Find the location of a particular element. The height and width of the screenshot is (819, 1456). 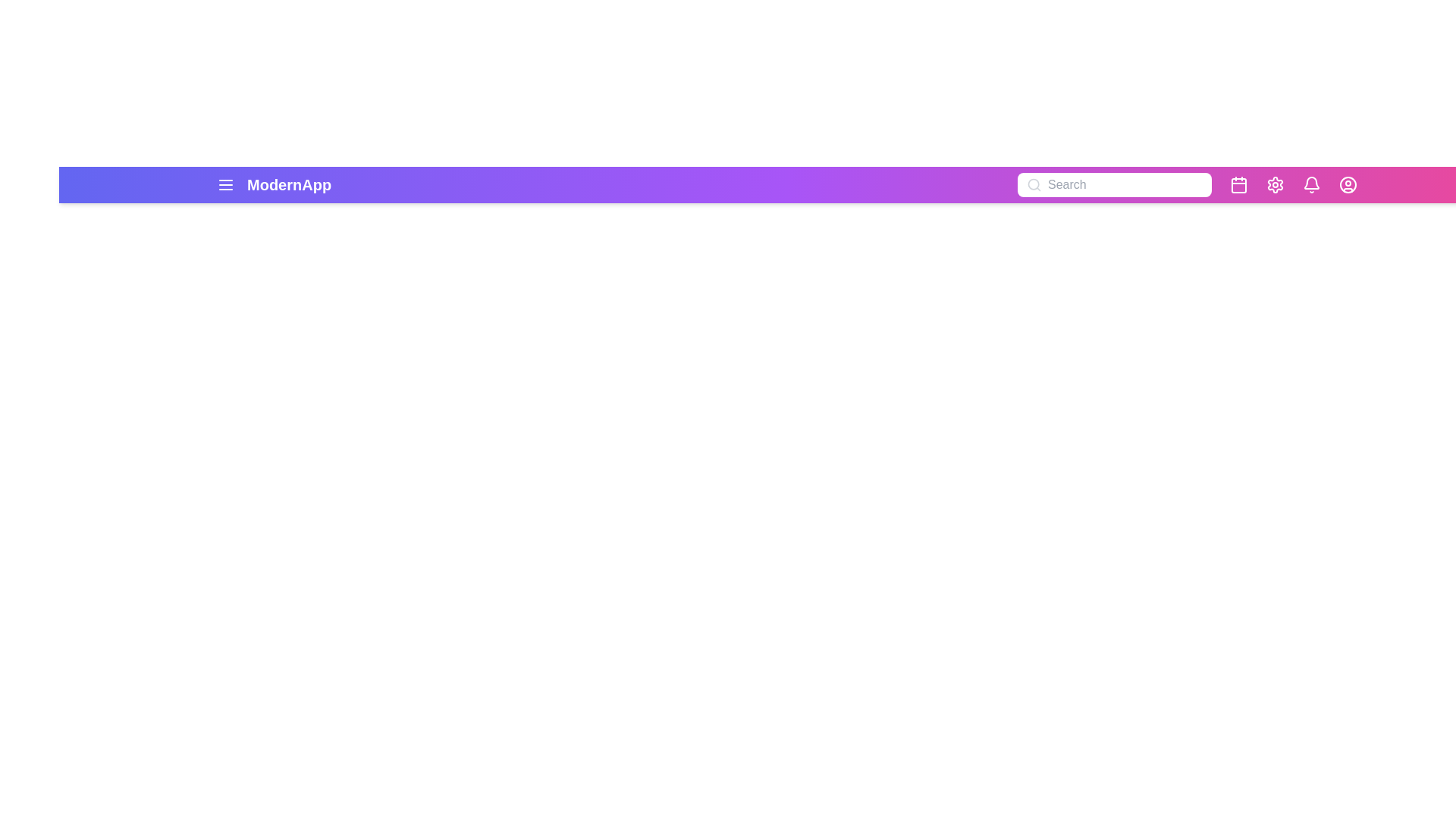

the SVG Circle element, which is a circular shape with a diameter of 20px, located within a user profile icon at the far right of the navigation bar is located at coordinates (1348, 184).